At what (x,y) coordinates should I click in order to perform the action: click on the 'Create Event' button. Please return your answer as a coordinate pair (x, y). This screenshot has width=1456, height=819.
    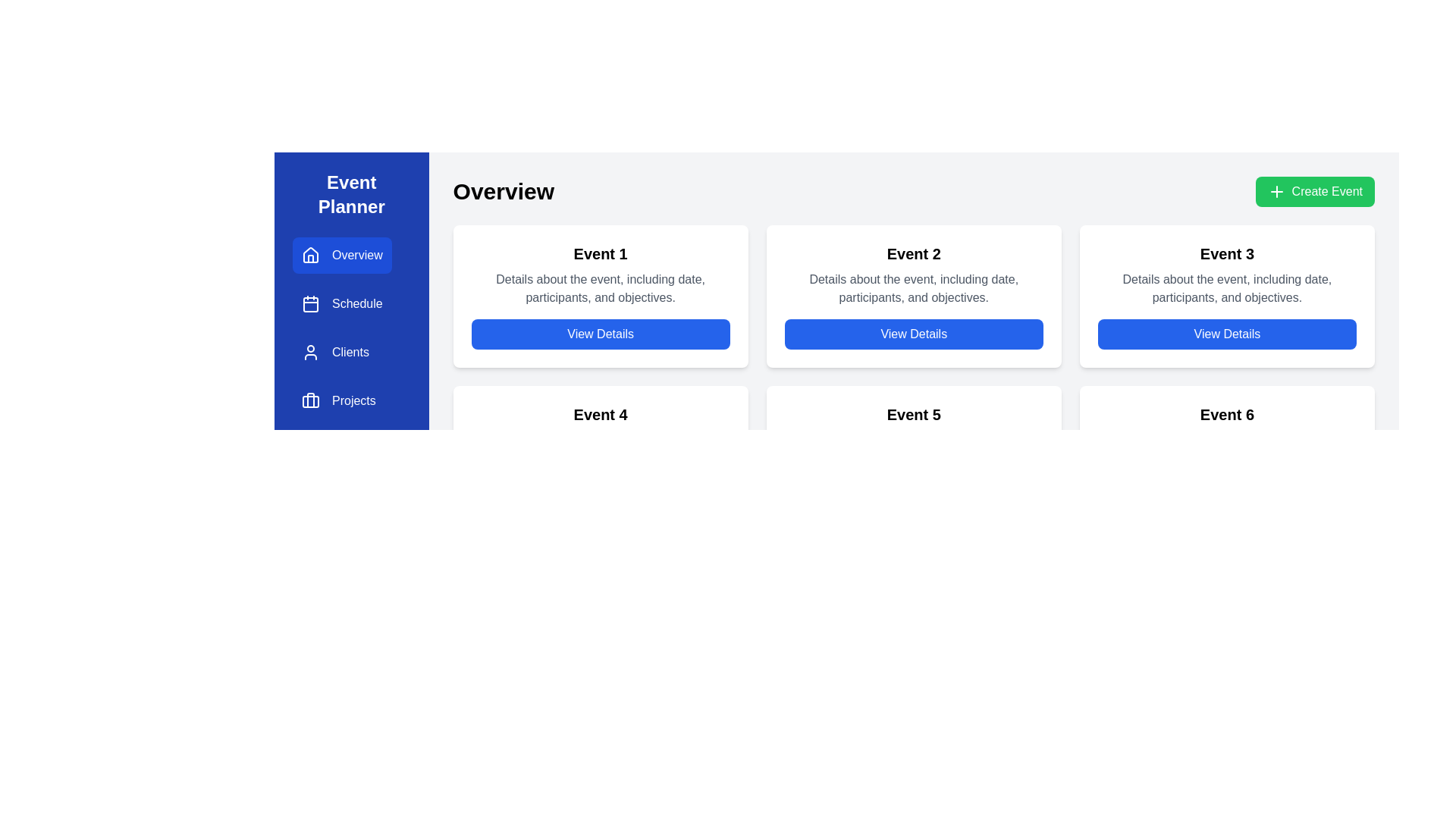
    Looking at the image, I should click on (1314, 191).